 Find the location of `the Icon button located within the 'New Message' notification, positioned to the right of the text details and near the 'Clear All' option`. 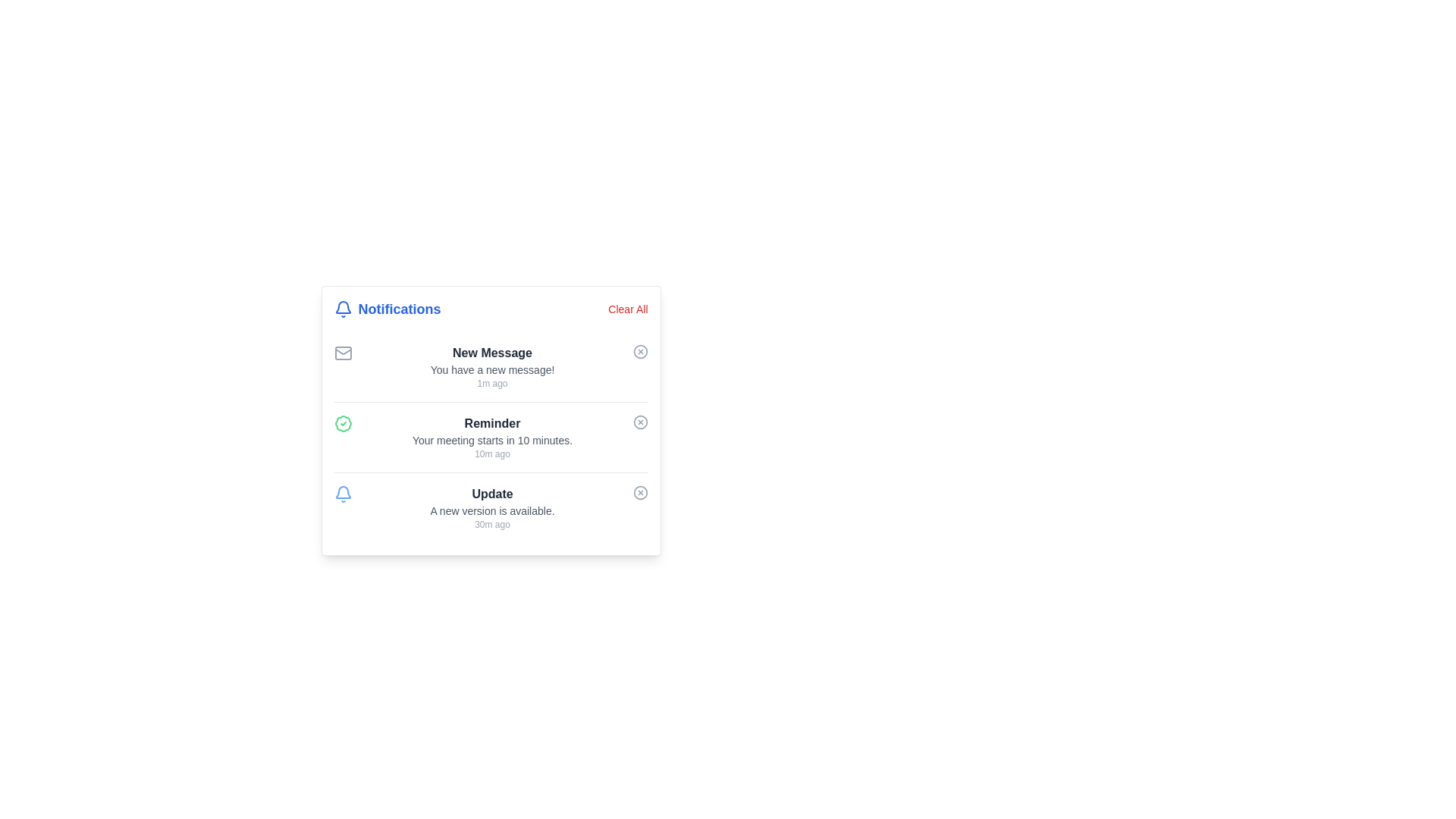

the Icon button located within the 'New Message' notification, positioned to the right of the text details and near the 'Clear All' option is located at coordinates (640, 351).